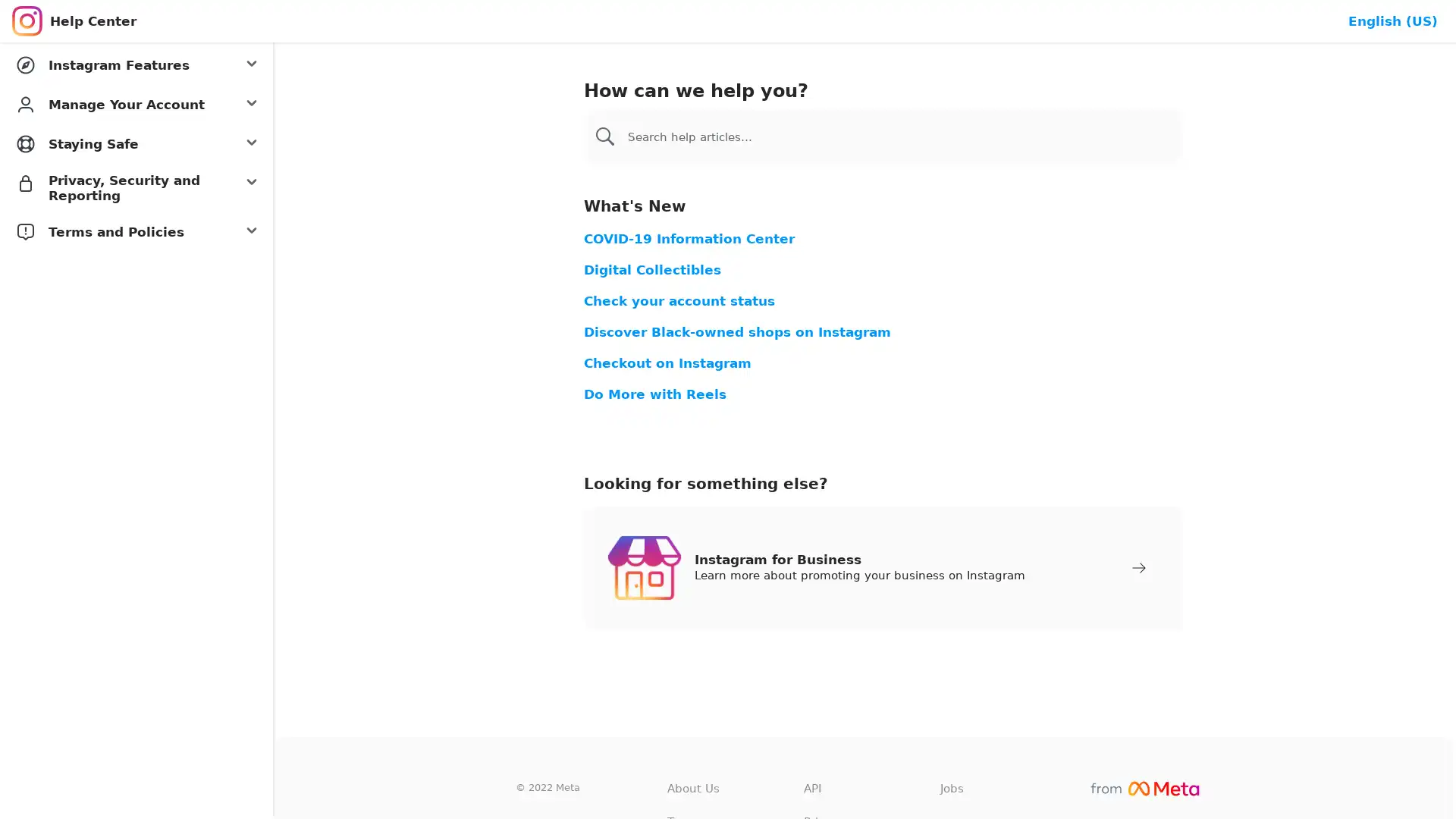  I want to click on Manage Your Account, so click(136, 104).